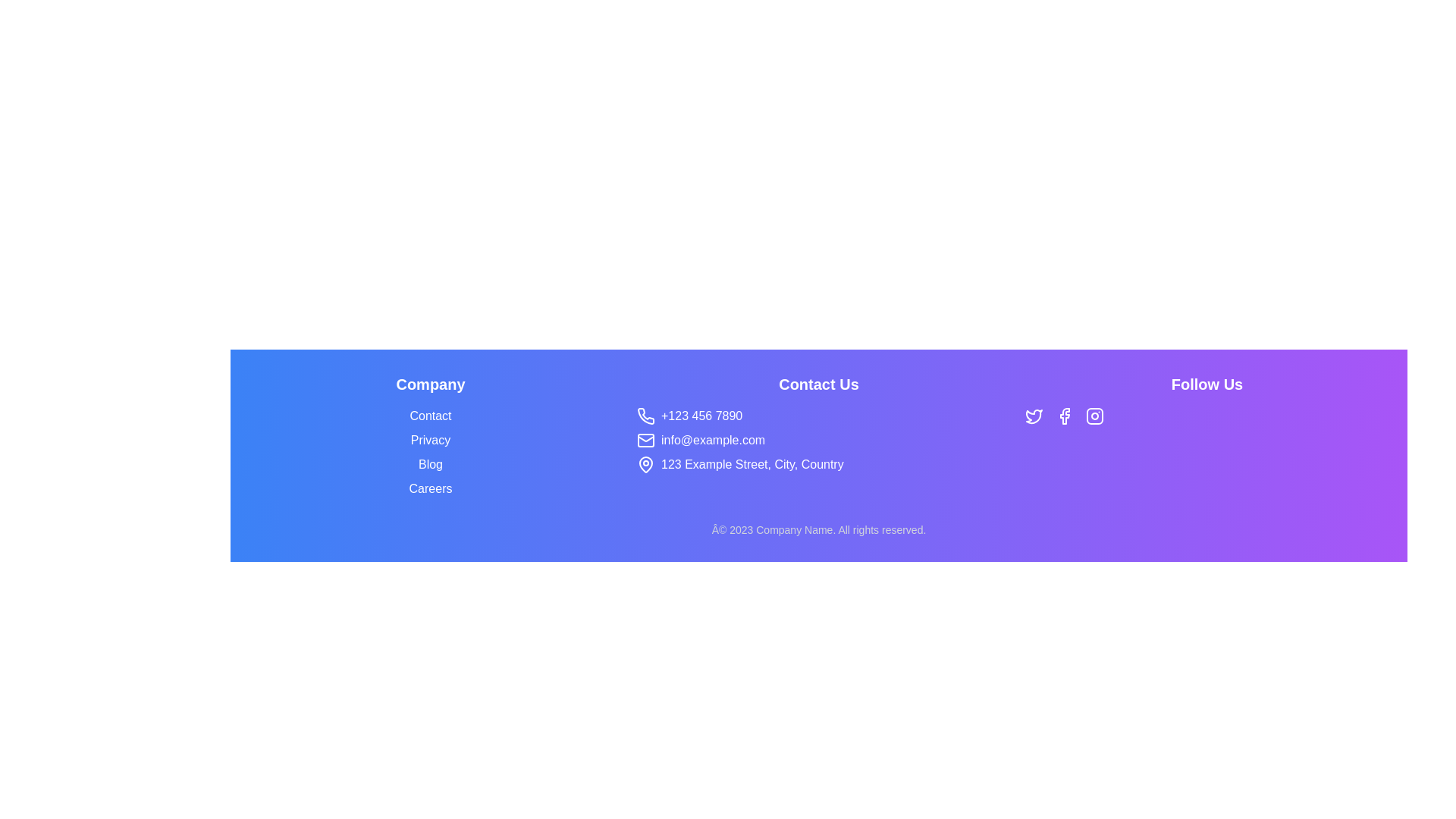  What do you see at coordinates (752, 464) in the screenshot?
I see `the address text '123 Example Street, City, Country' located in the blue-to-purple gradient footer section under the 'Contact Us' heading` at bounding box center [752, 464].